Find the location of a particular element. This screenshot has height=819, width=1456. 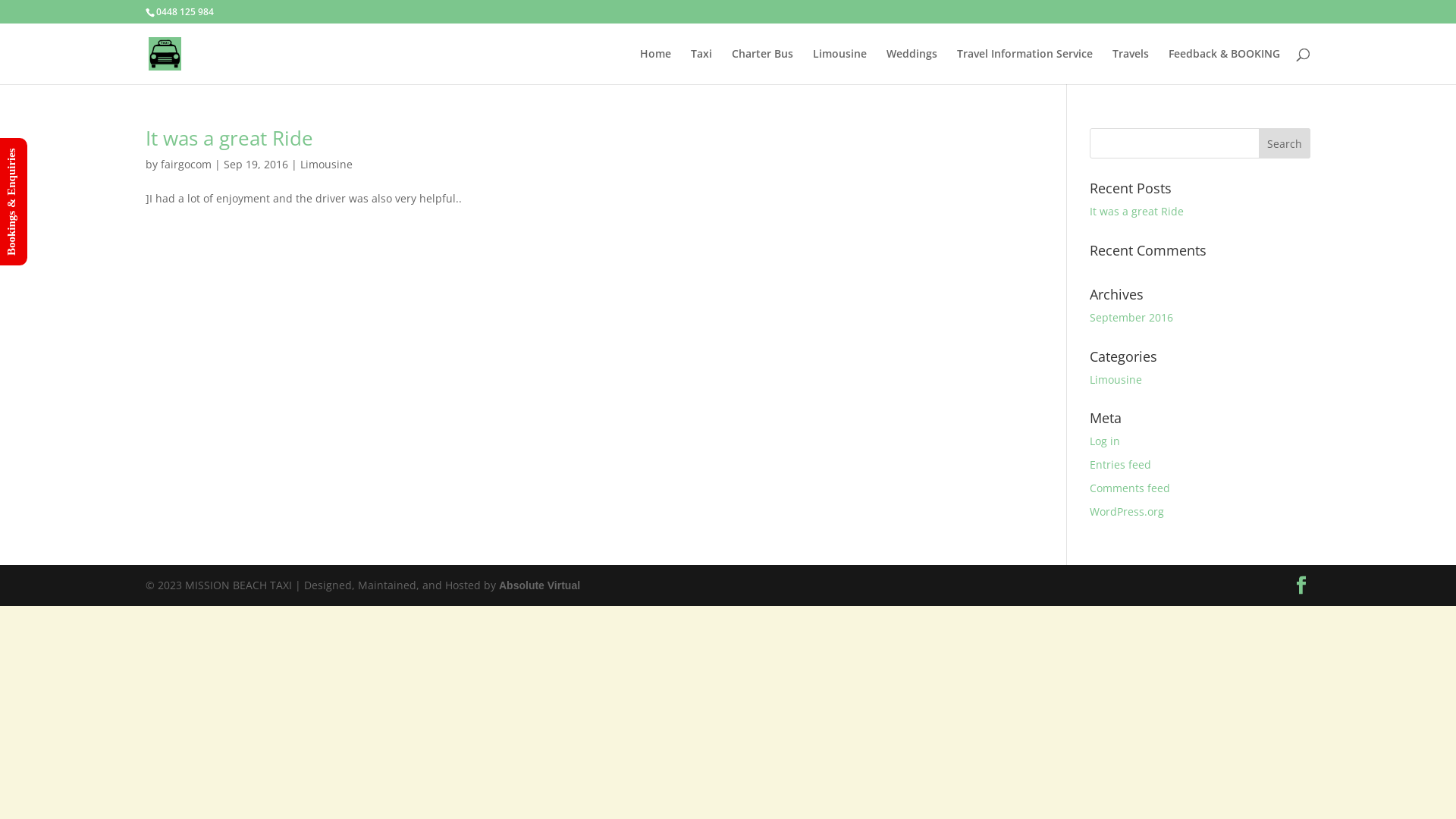

'Charter Bus' is located at coordinates (731, 65).